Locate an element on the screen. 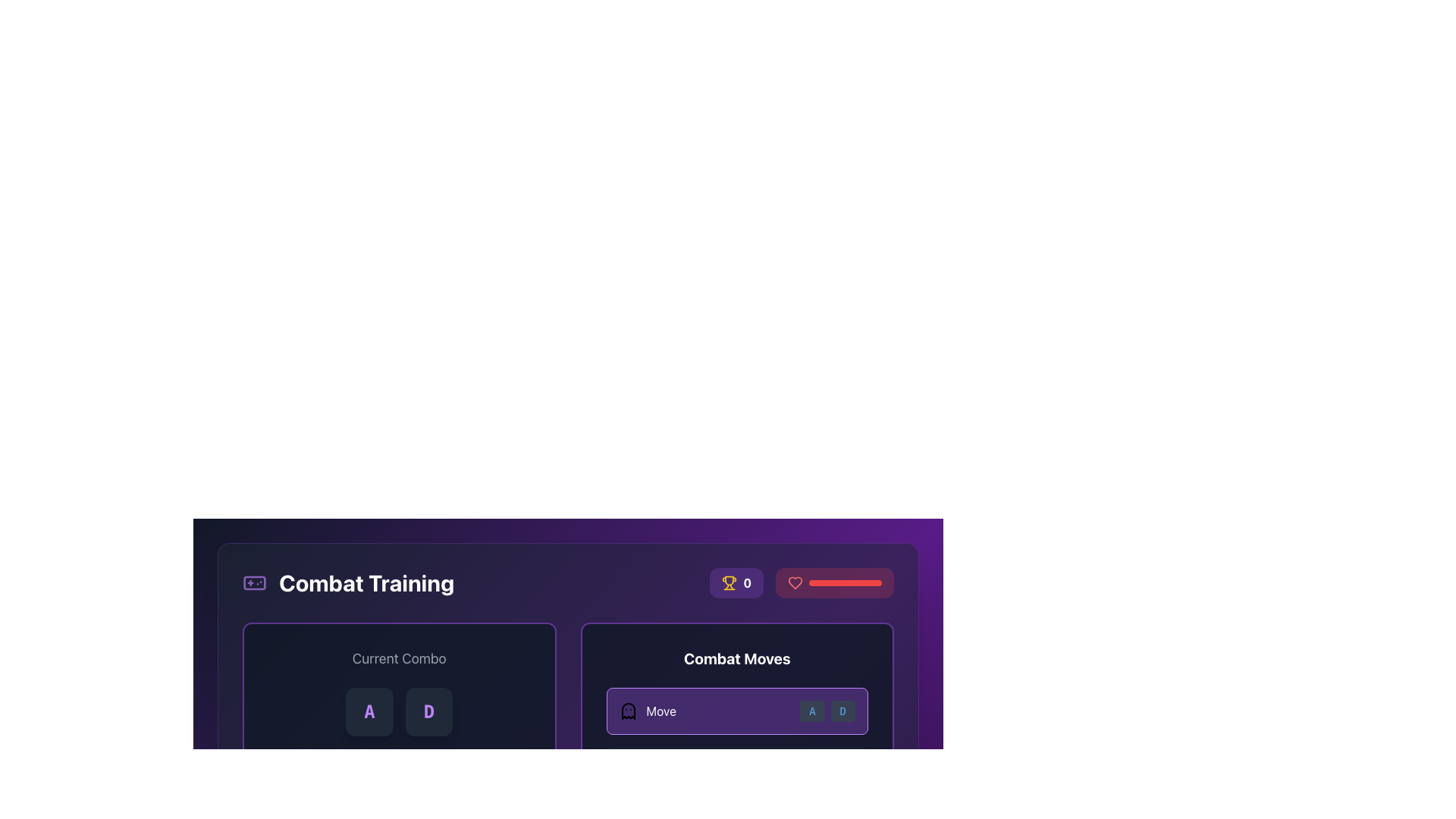 The width and height of the screenshot is (1456, 819). the progress bar UI component in the top-right corner of the 'Combat Training' card, which indicates health or life count and is located to the right of a purple section with a yellow trophy icon and the digit '0' is located at coordinates (801, 582).